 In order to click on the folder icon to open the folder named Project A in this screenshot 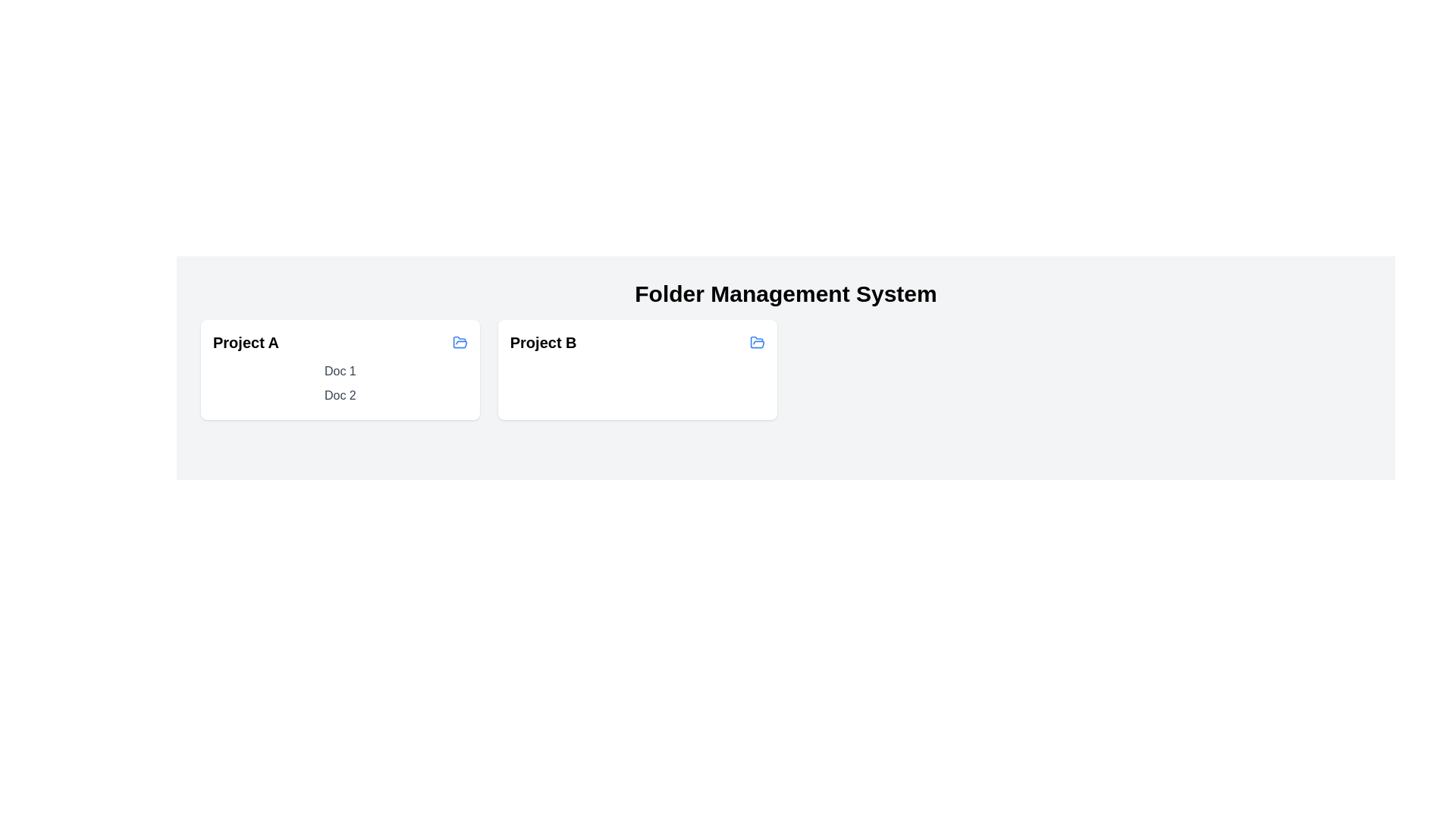, I will do `click(459, 342)`.